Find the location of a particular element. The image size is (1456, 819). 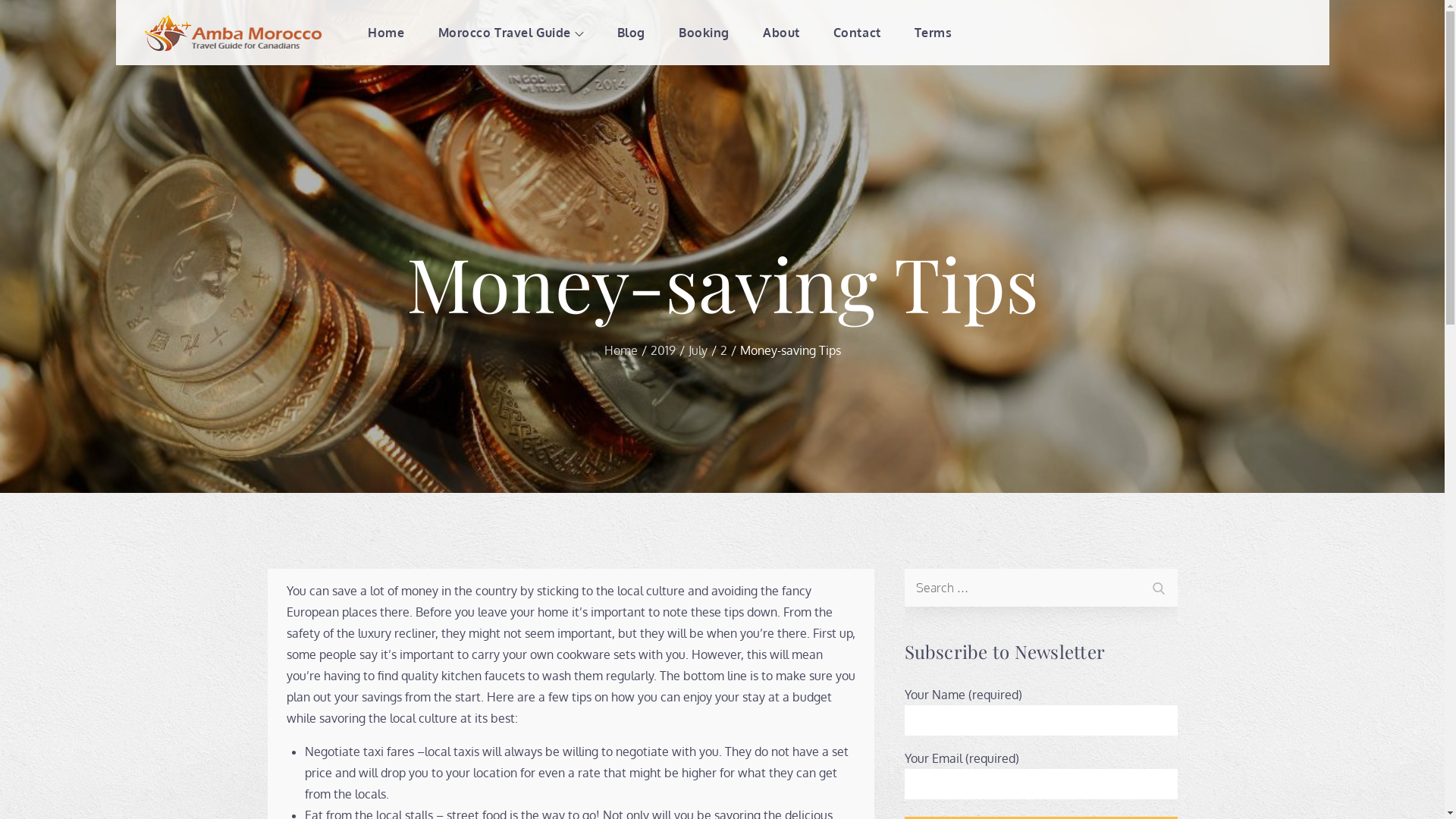

'About' is located at coordinates (781, 32).